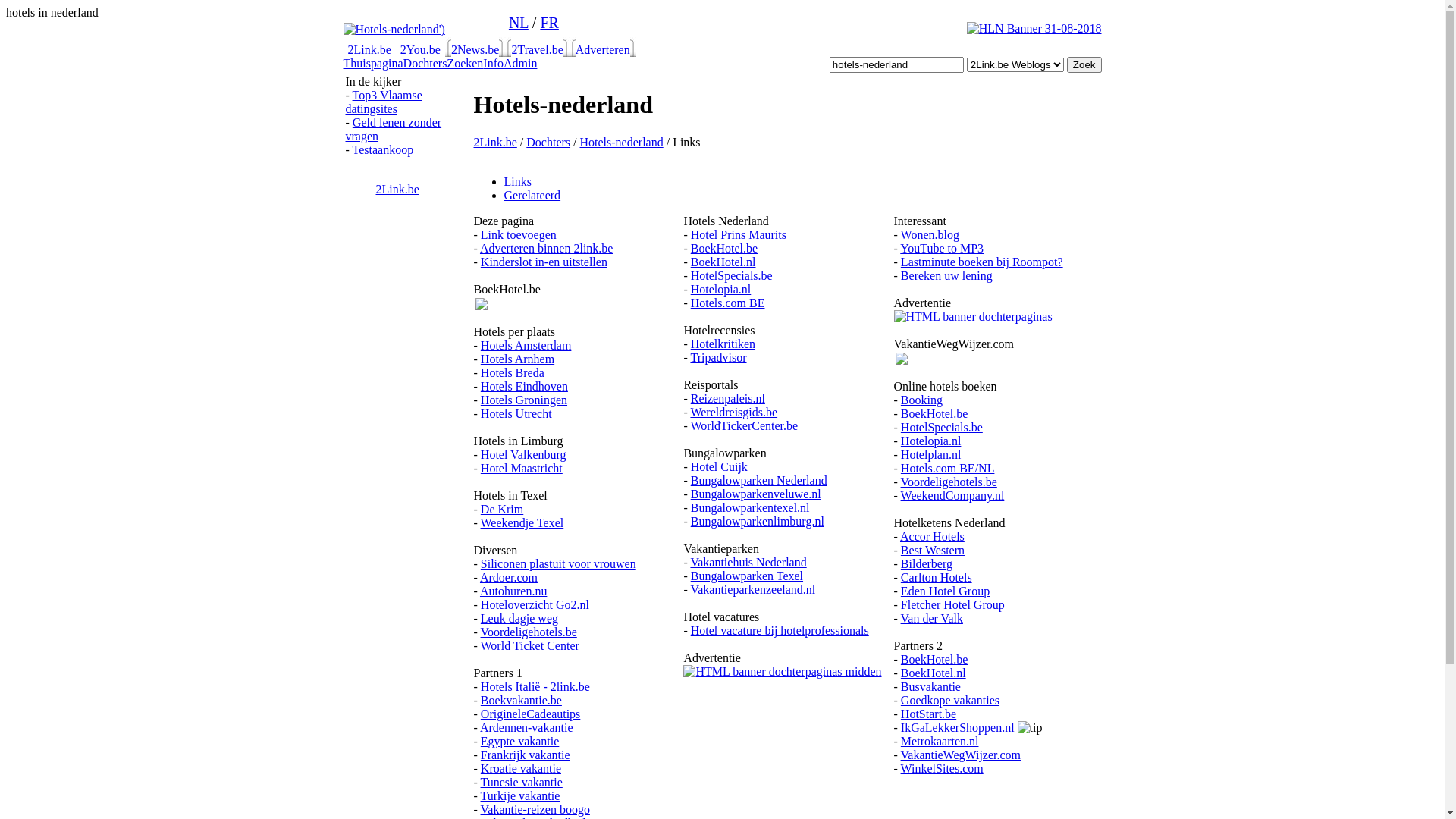 This screenshot has height=819, width=1456. What do you see at coordinates (539, 23) in the screenshot?
I see `'FR'` at bounding box center [539, 23].